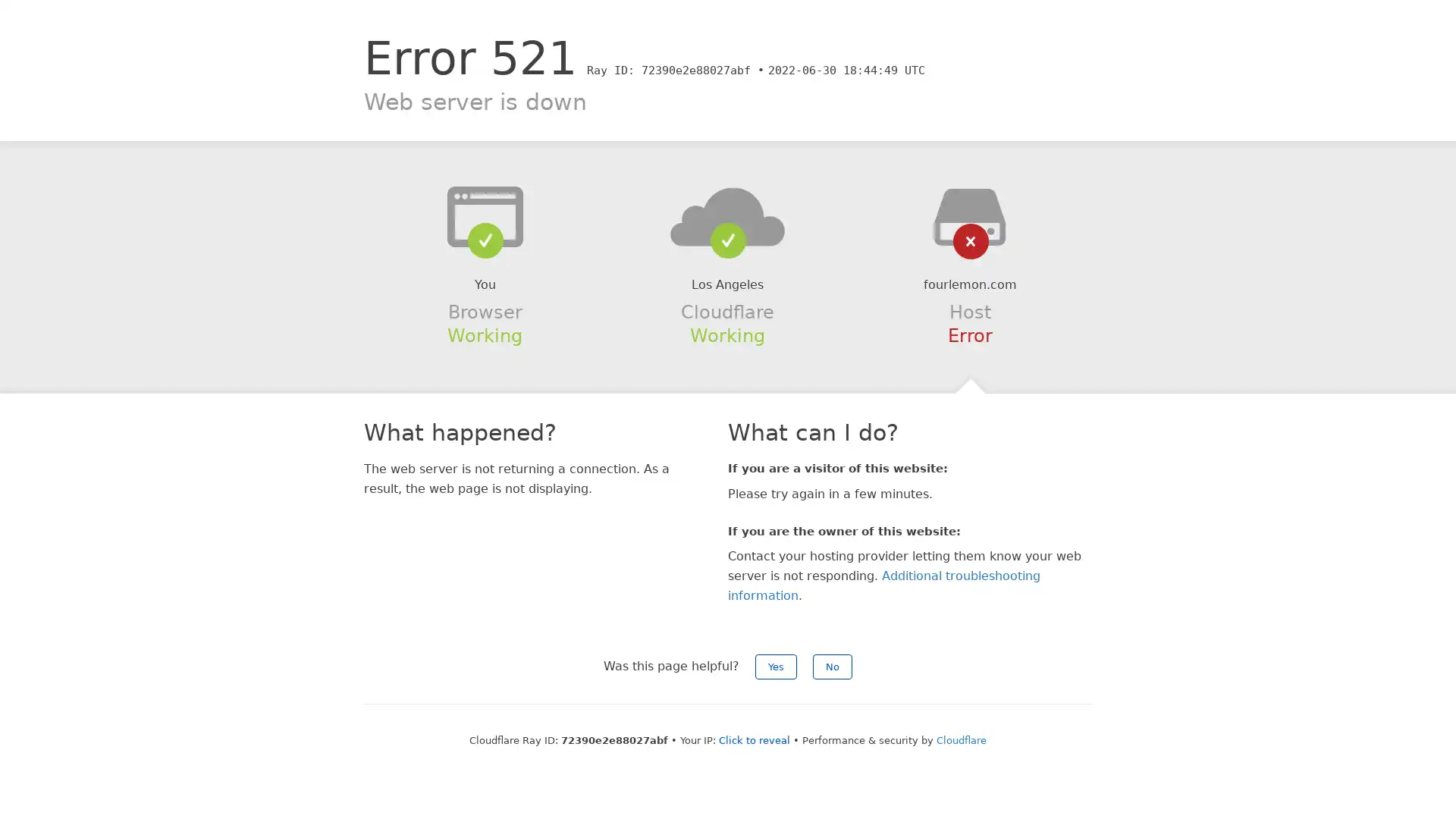 Image resolution: width=1456 pixels, height=819 pixels. Describe the element at coordinates (832, 666) in the screenshot. I see `No` at that location.